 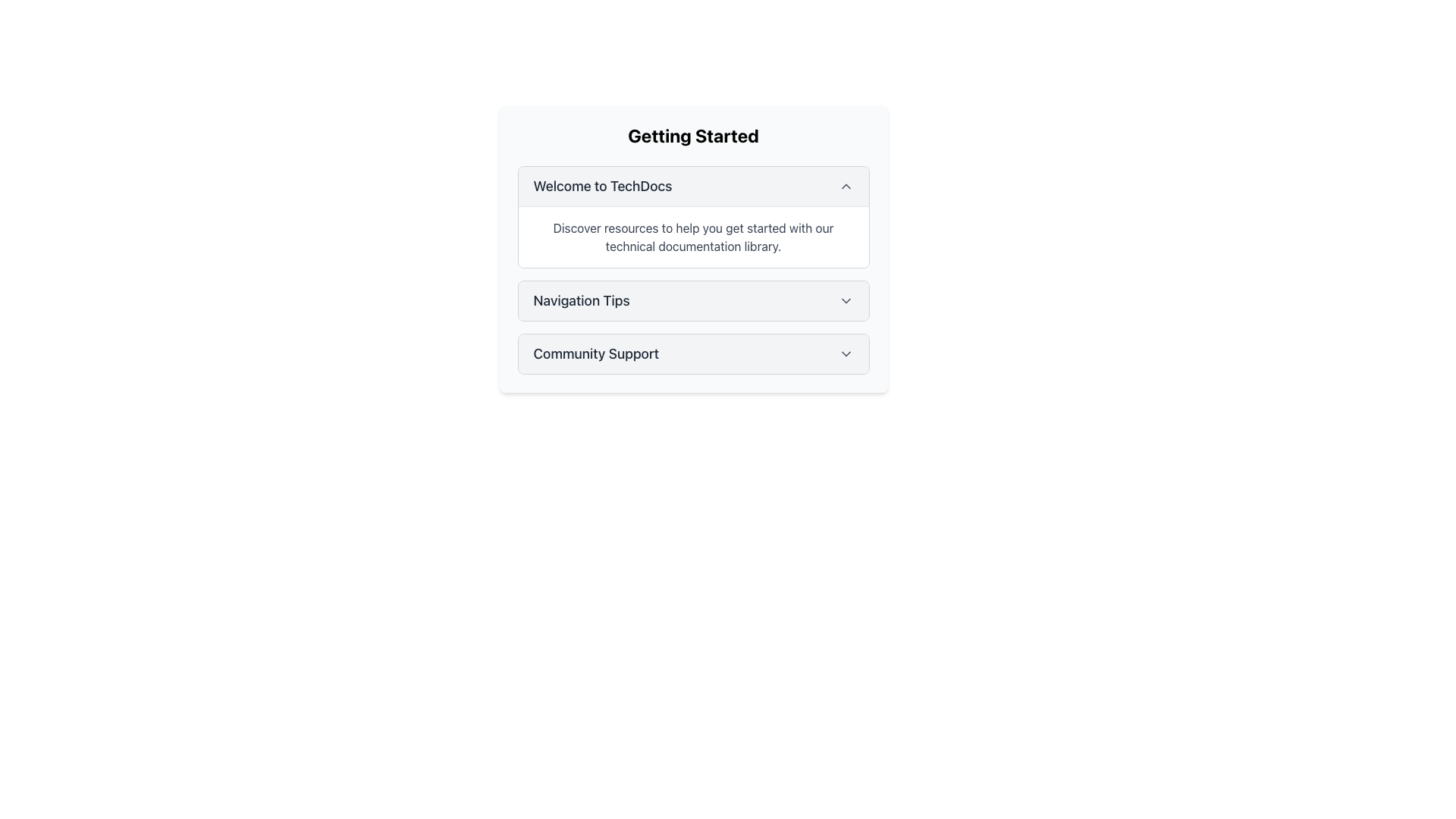 I want to click on the text box containing the message 'Discover resources to help you get started with our technical documentation library.', so click(x=692, y=237).